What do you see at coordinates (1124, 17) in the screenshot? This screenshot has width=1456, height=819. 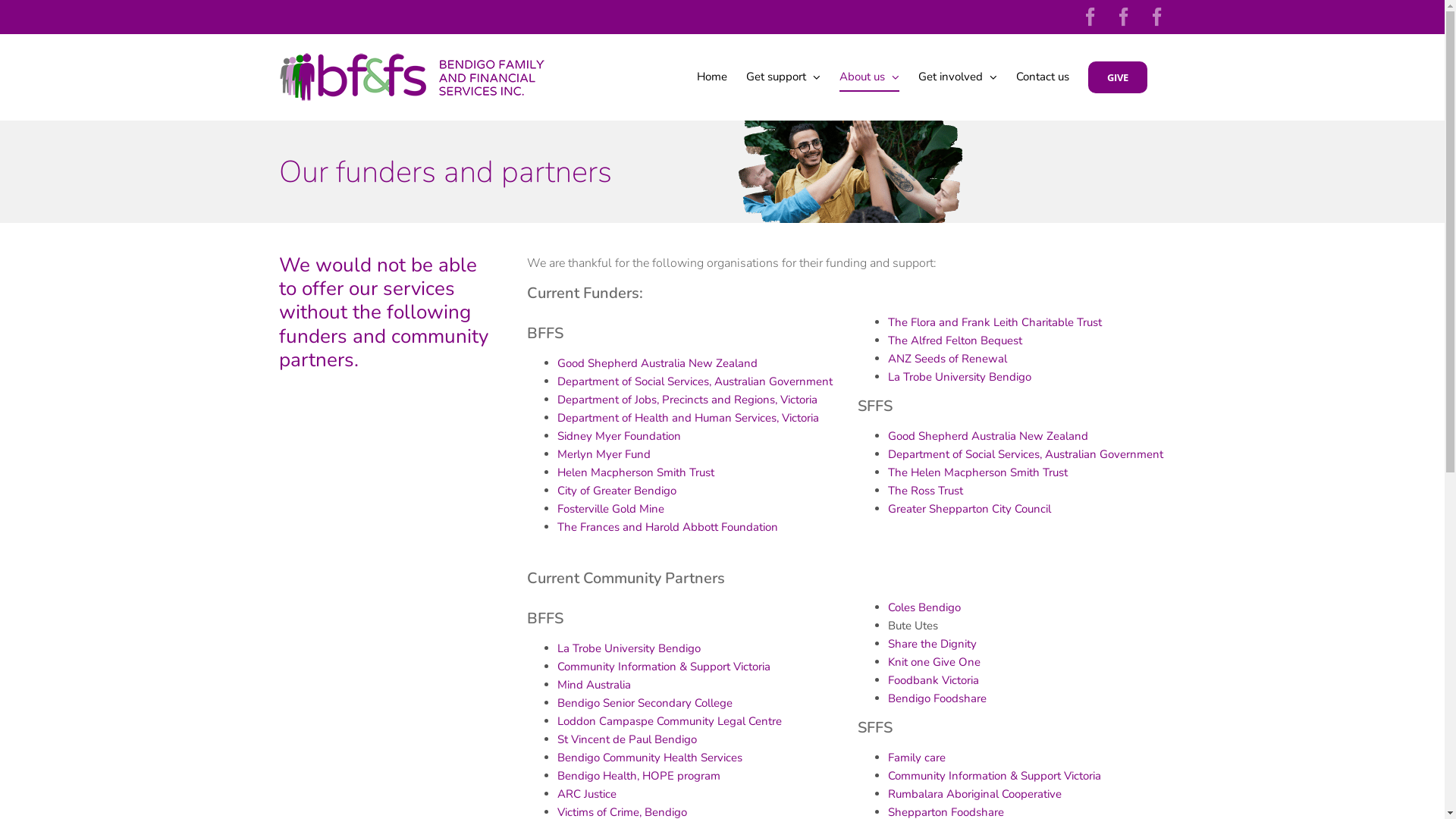 I see `'Facebook'` at bounding box center [1124, 17].